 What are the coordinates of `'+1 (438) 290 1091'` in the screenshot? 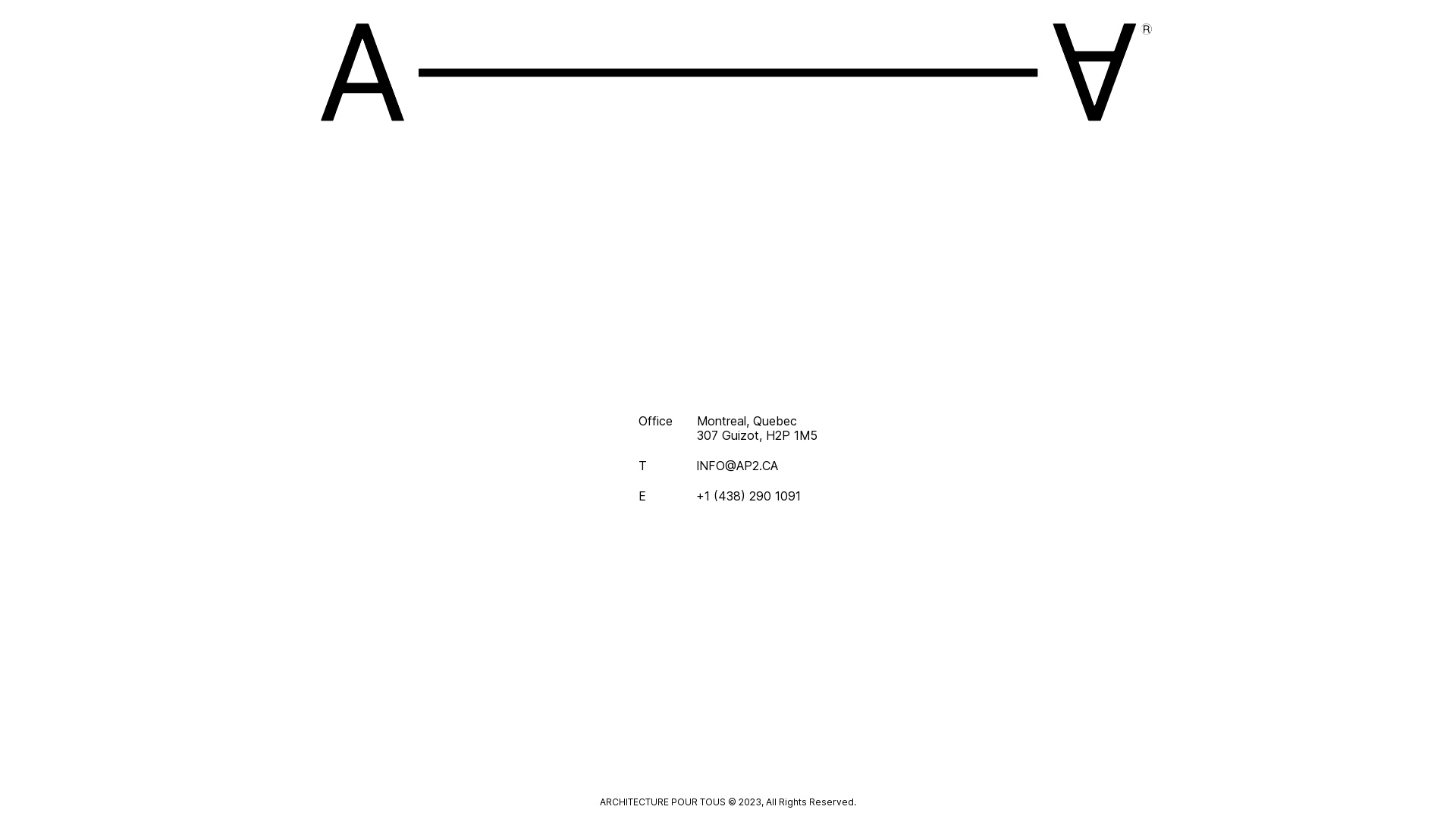 It's located at (757, 496).